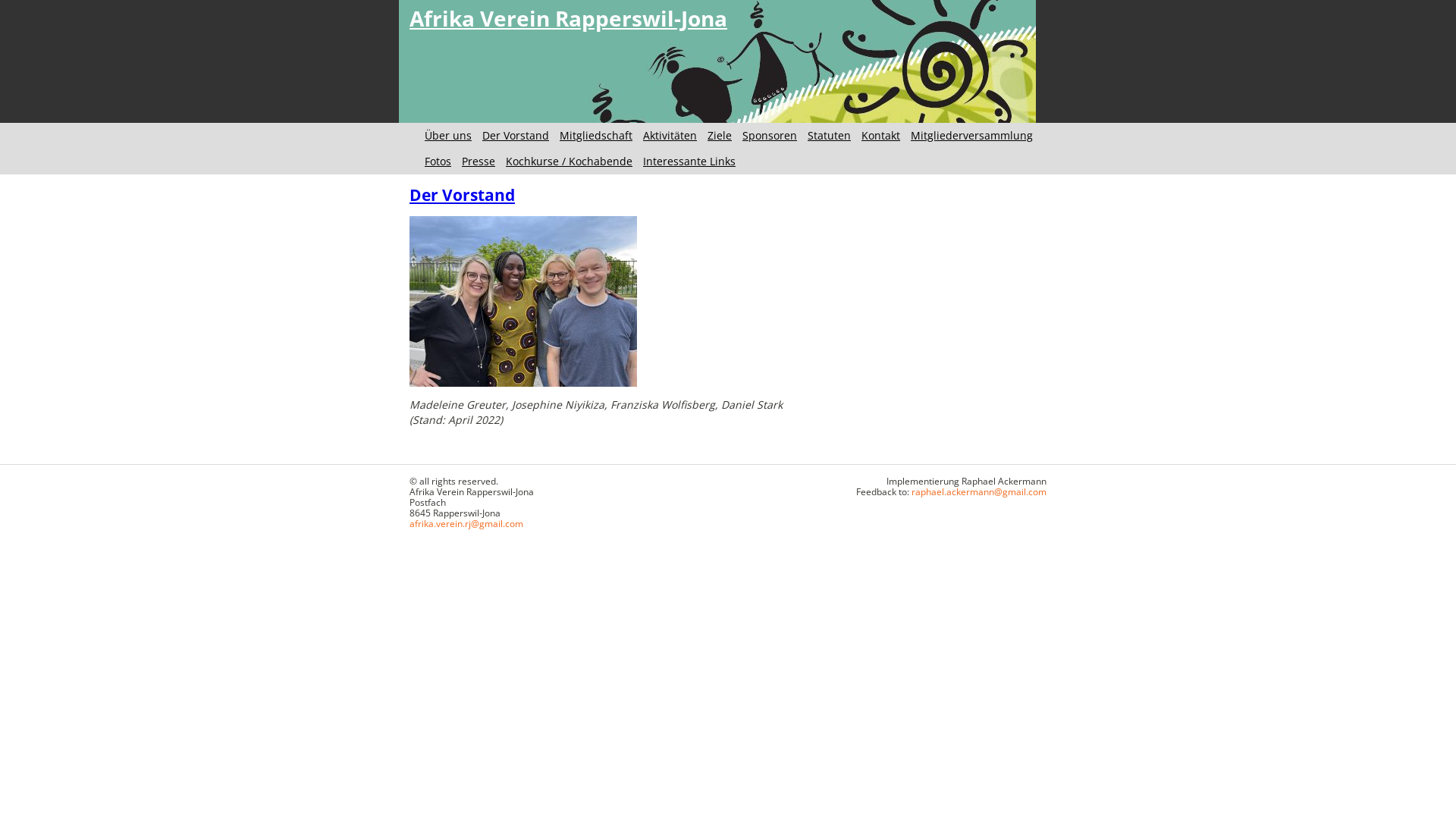 The height and width of the screenshot is (819, 1456). Describe the element at coordinates (477, 161) in the screenshot. I see `'Presse'` at that location.